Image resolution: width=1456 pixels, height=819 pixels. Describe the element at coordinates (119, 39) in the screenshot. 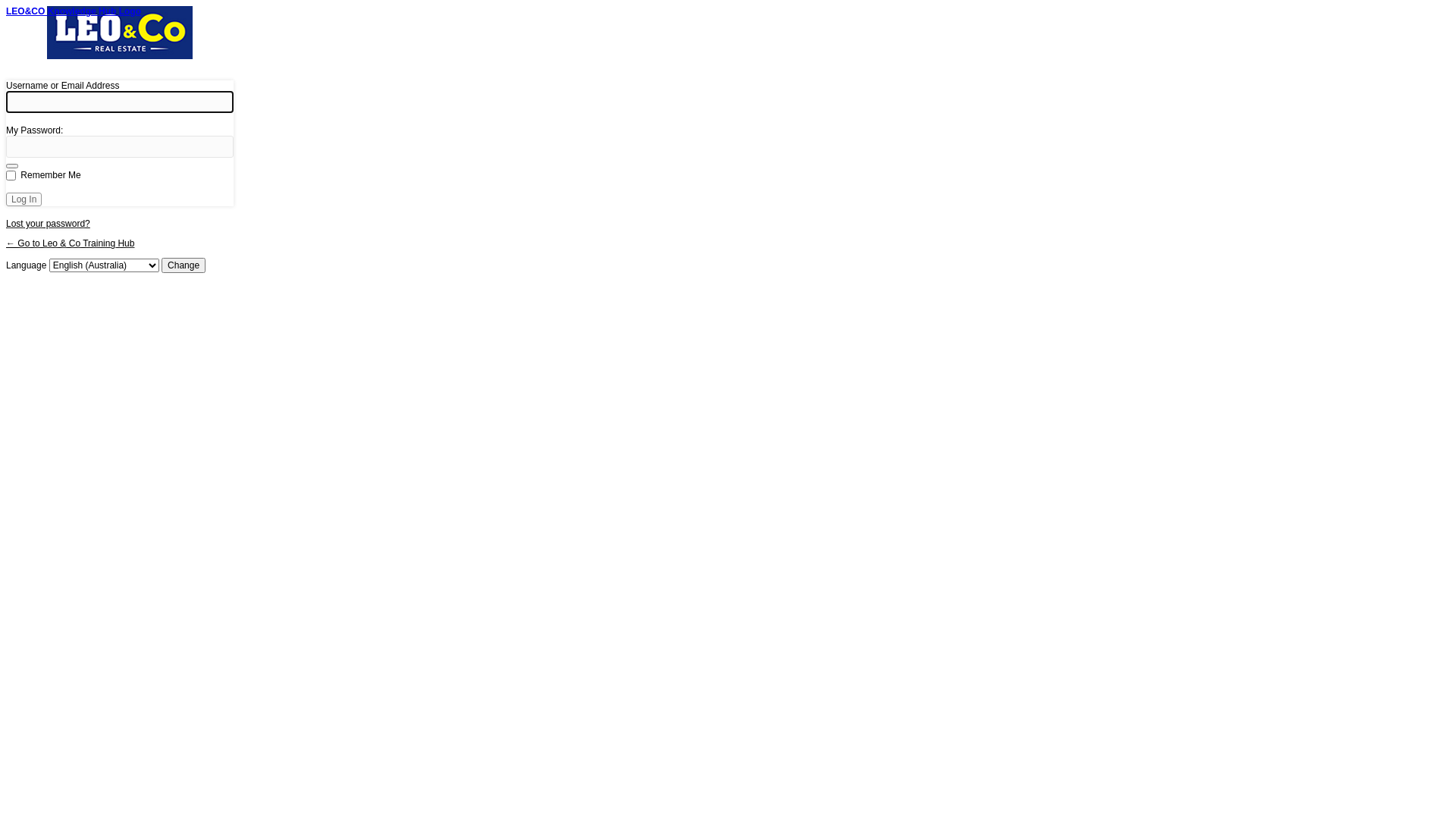

I see `'LEO&CO Knowledge Hub Logo'` at that location.